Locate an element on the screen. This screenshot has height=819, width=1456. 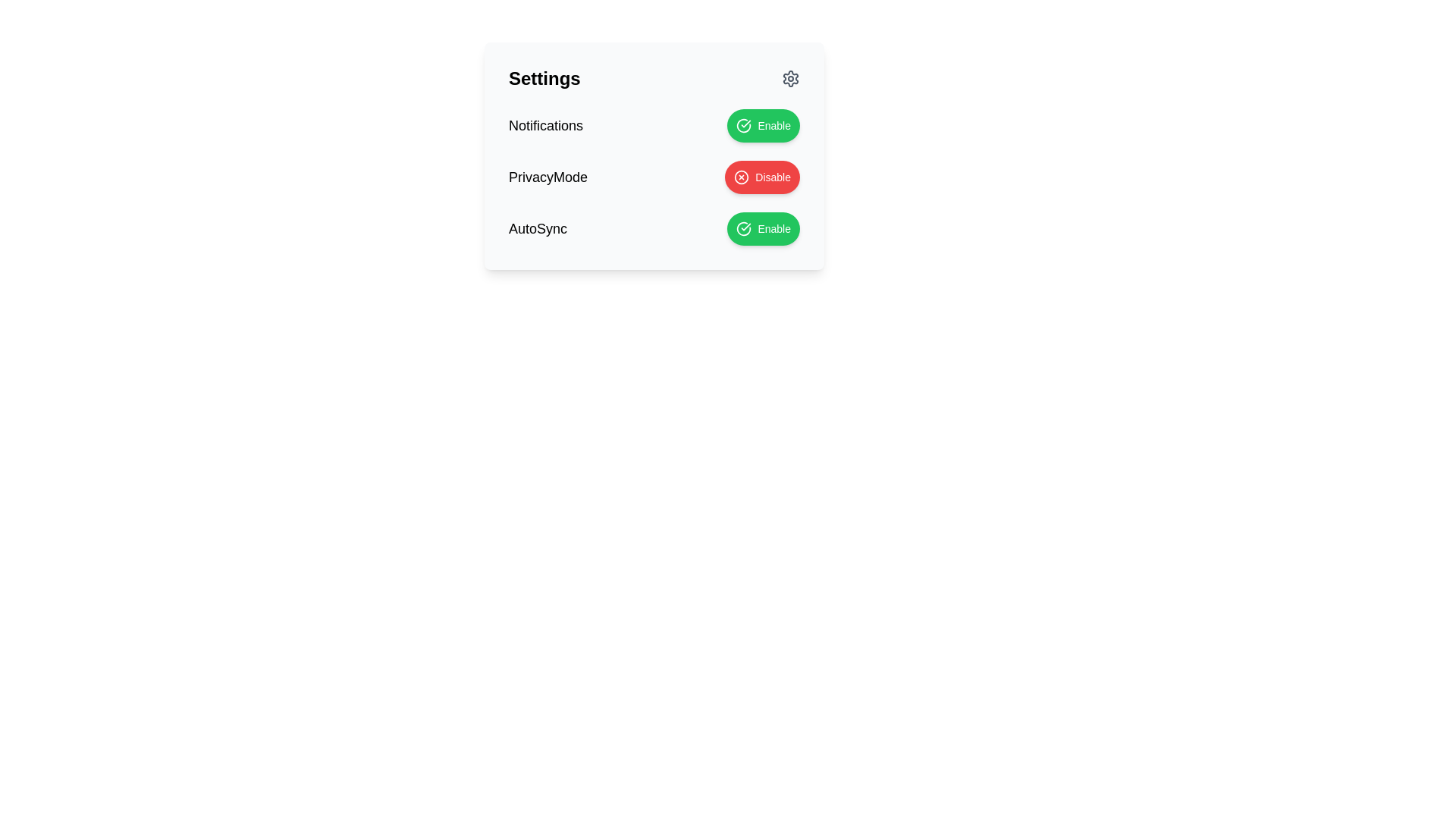
the text label reading 'PrivacyMode', which is styled in a large font and capitalized letters, located in the settings panel between 'Notifications' and 'AutoSync' is located at coordinates (548, 177).